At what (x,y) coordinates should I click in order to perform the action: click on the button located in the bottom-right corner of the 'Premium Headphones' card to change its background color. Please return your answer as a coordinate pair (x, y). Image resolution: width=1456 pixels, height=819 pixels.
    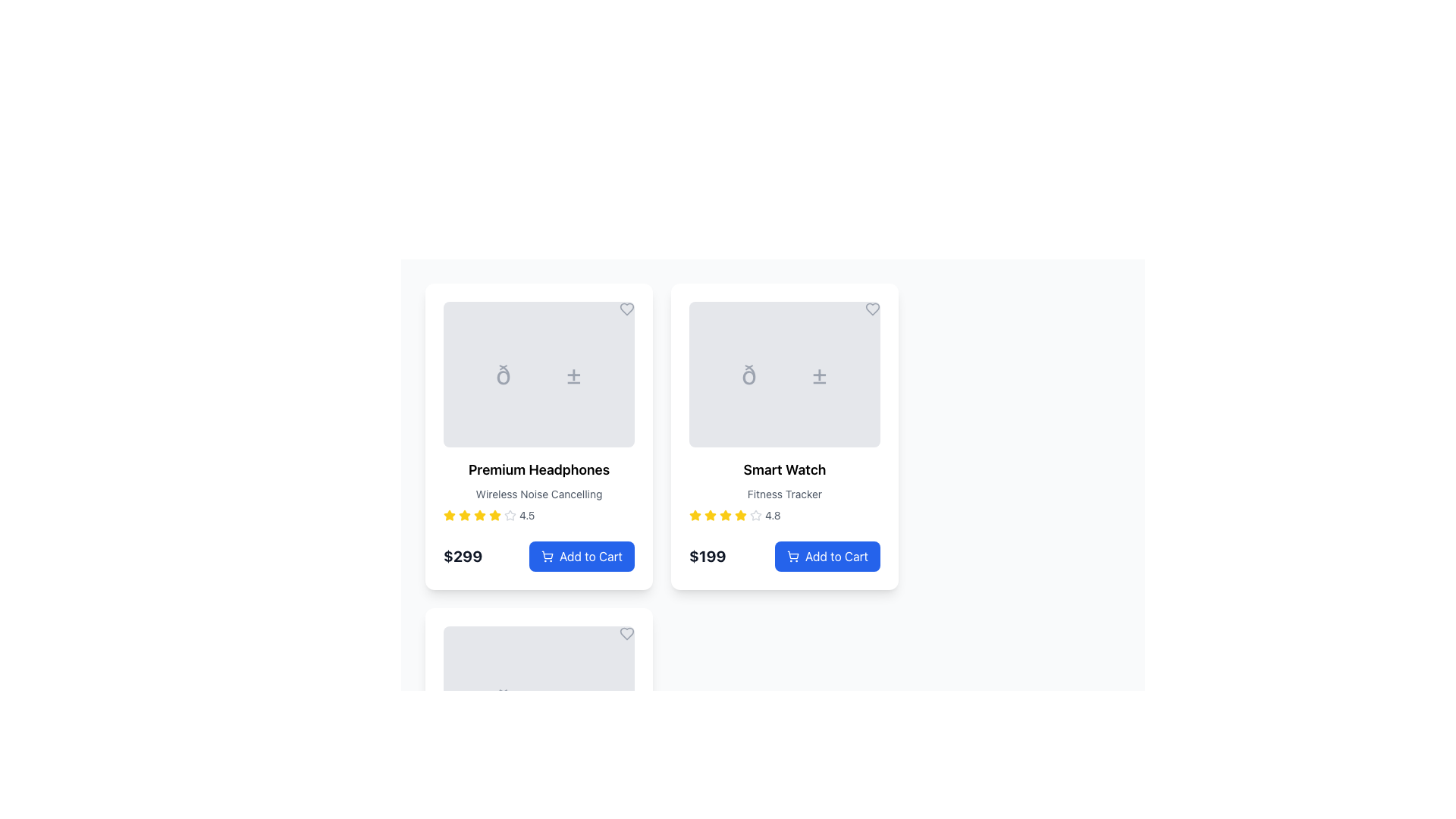
    Looking at the image, I should click on (581, 556).